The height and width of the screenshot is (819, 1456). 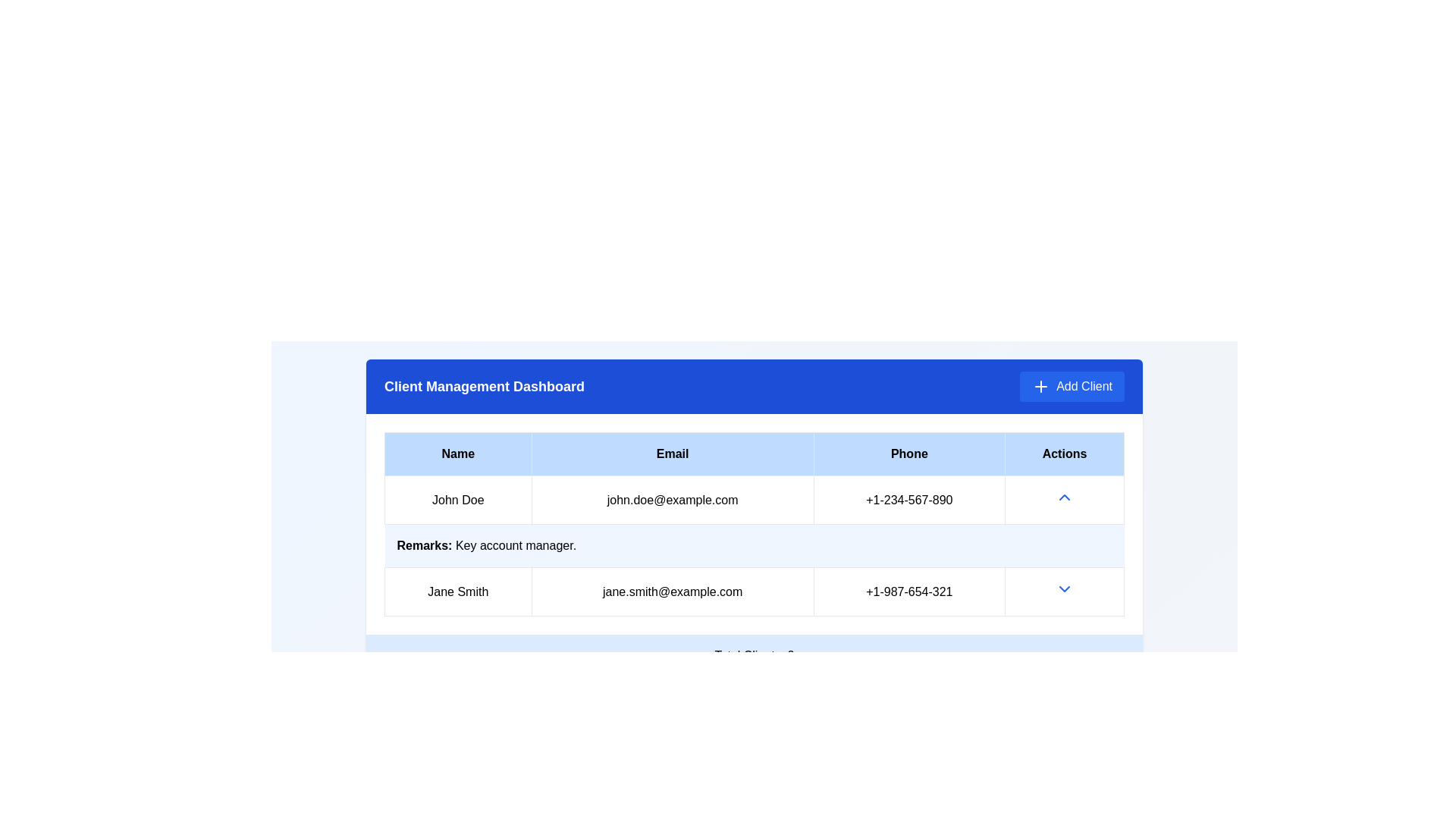 What do you see at coordinates (1063, 497) in the screenshot?
I see `the upward-pointing blue chevron icon located in the 'Actions' column of the table row for 'Jane Smith'` at bounding box center [1063, 497].